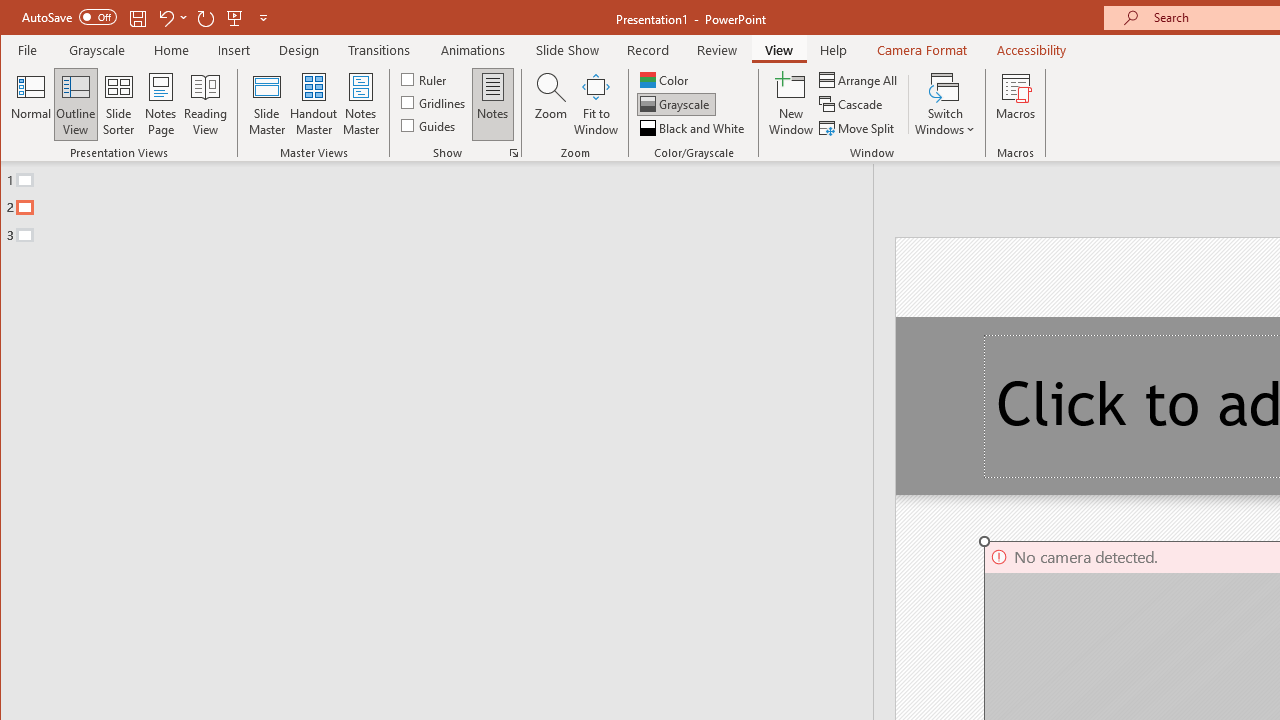  Describe the element at coordinates (429, 125) in the screenshot. I see `'Guides'` at that location.